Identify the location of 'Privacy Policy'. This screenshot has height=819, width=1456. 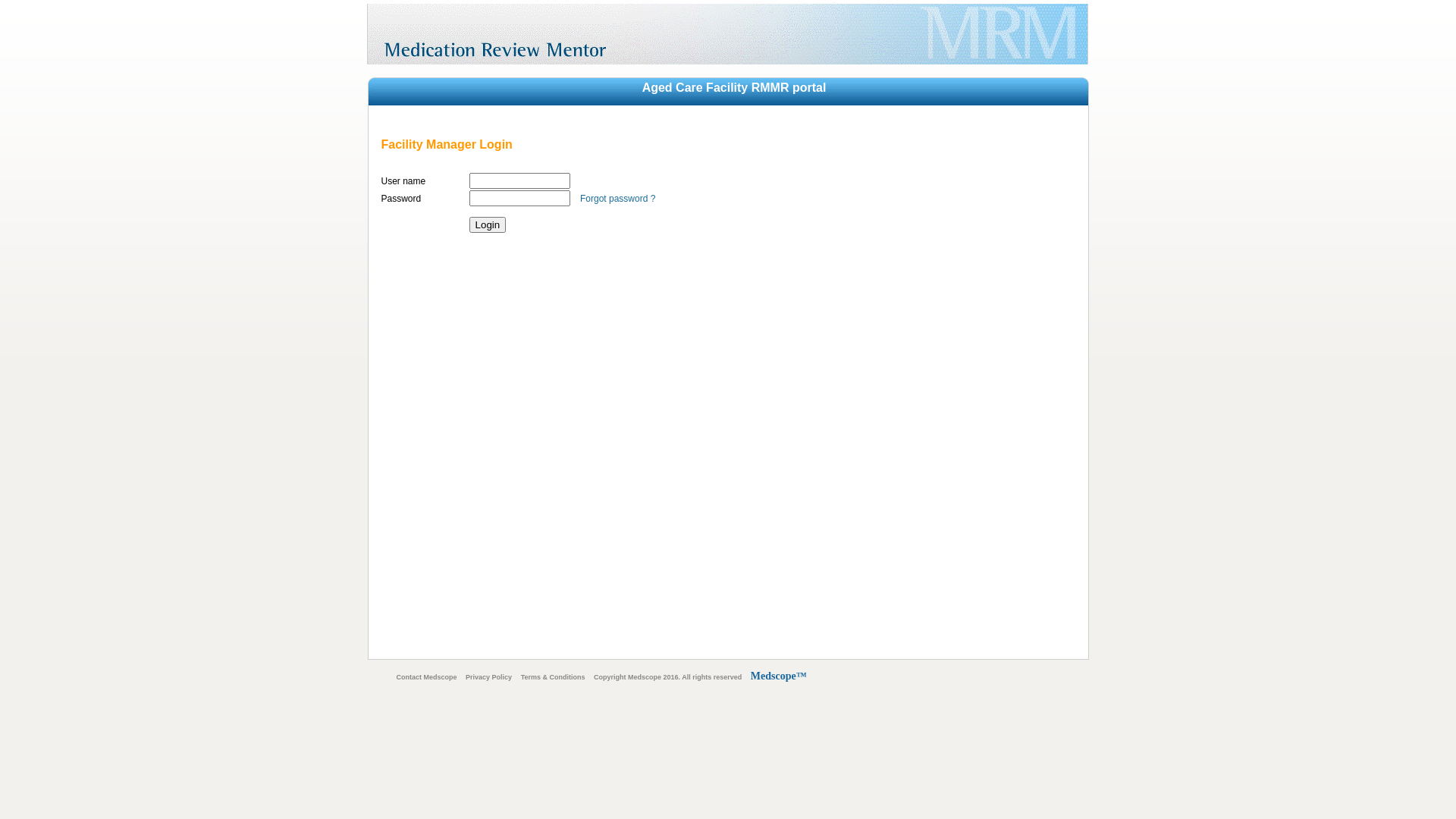
(488, 676).